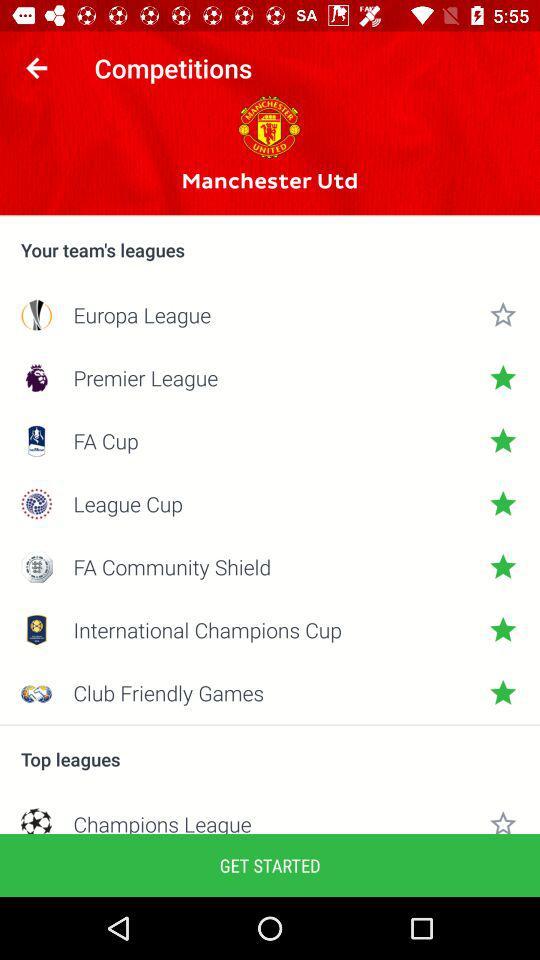 This screenshot has width=540, height=960. What do you see at coordinates (270, 503) in the screenshot?
I see `the item below the fa cup icon` at bounding box center [270, 503].